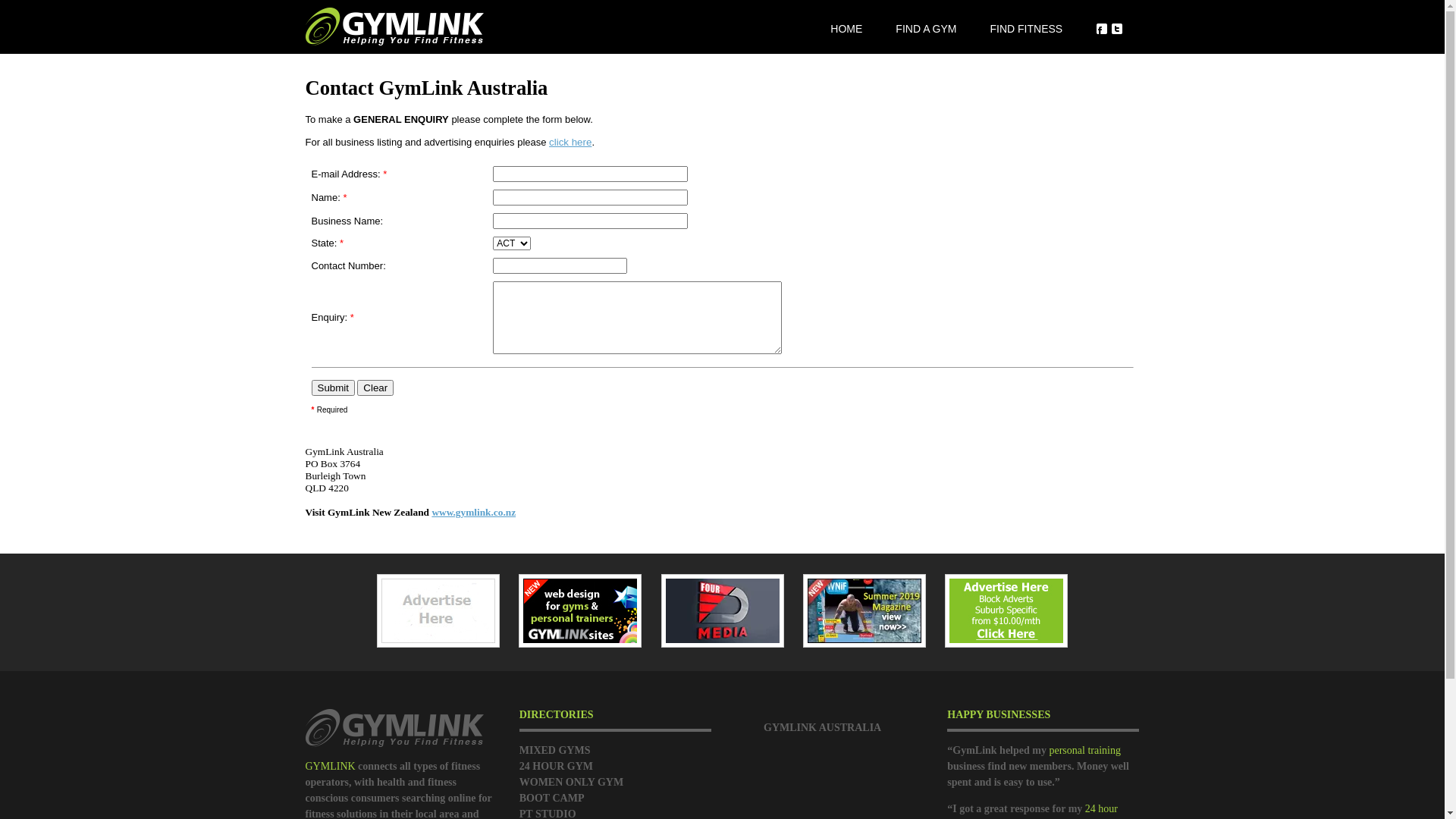 This screenshot has height=819, width=1456. I want to click on 'GYMLINK AUSTRALIA', so click(821, 726).